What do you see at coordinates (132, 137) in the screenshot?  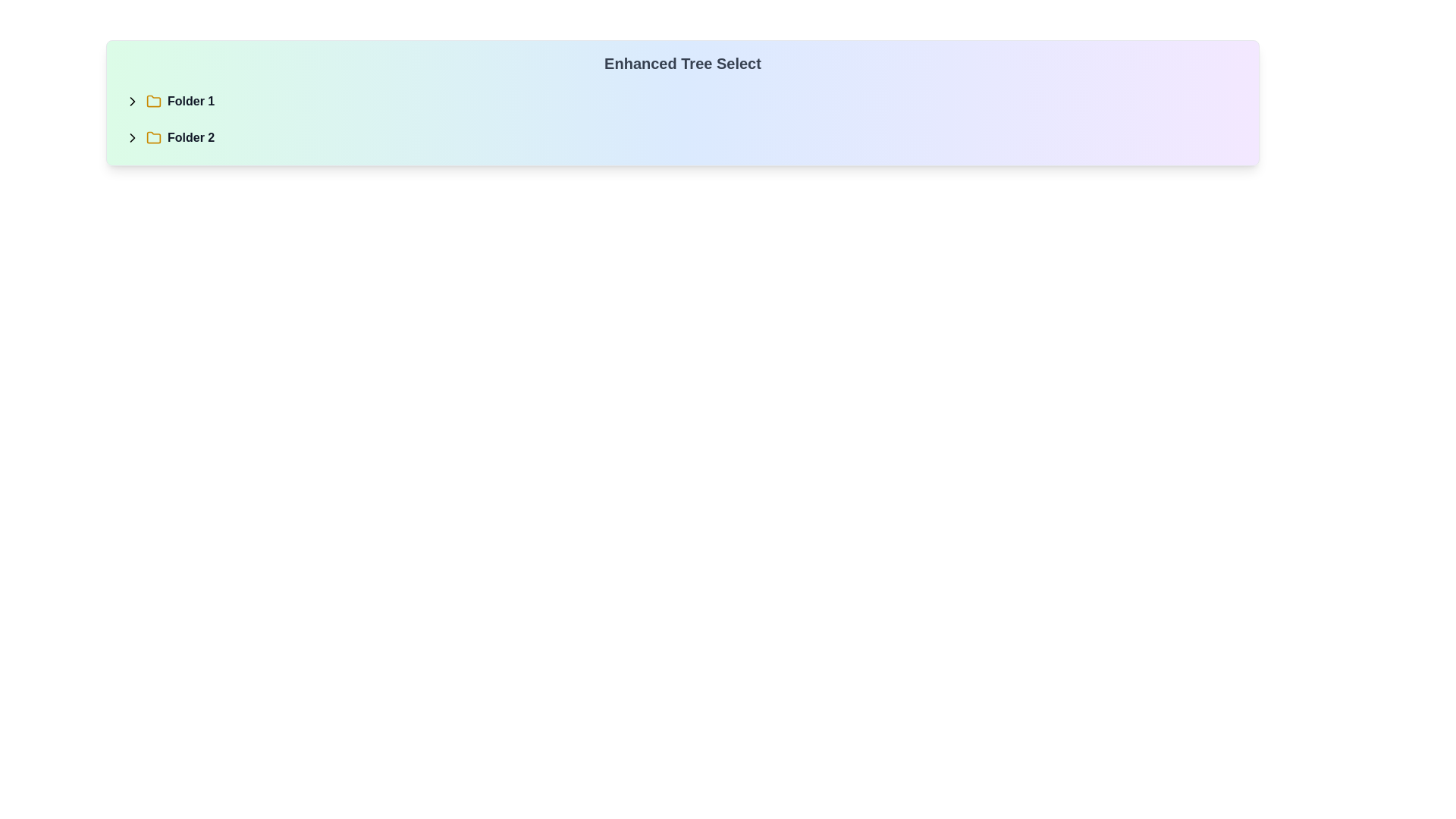 I see `the right-pointing chevron icon located to the left of the 'Folder 2' text` at bounding box center [132, 137].